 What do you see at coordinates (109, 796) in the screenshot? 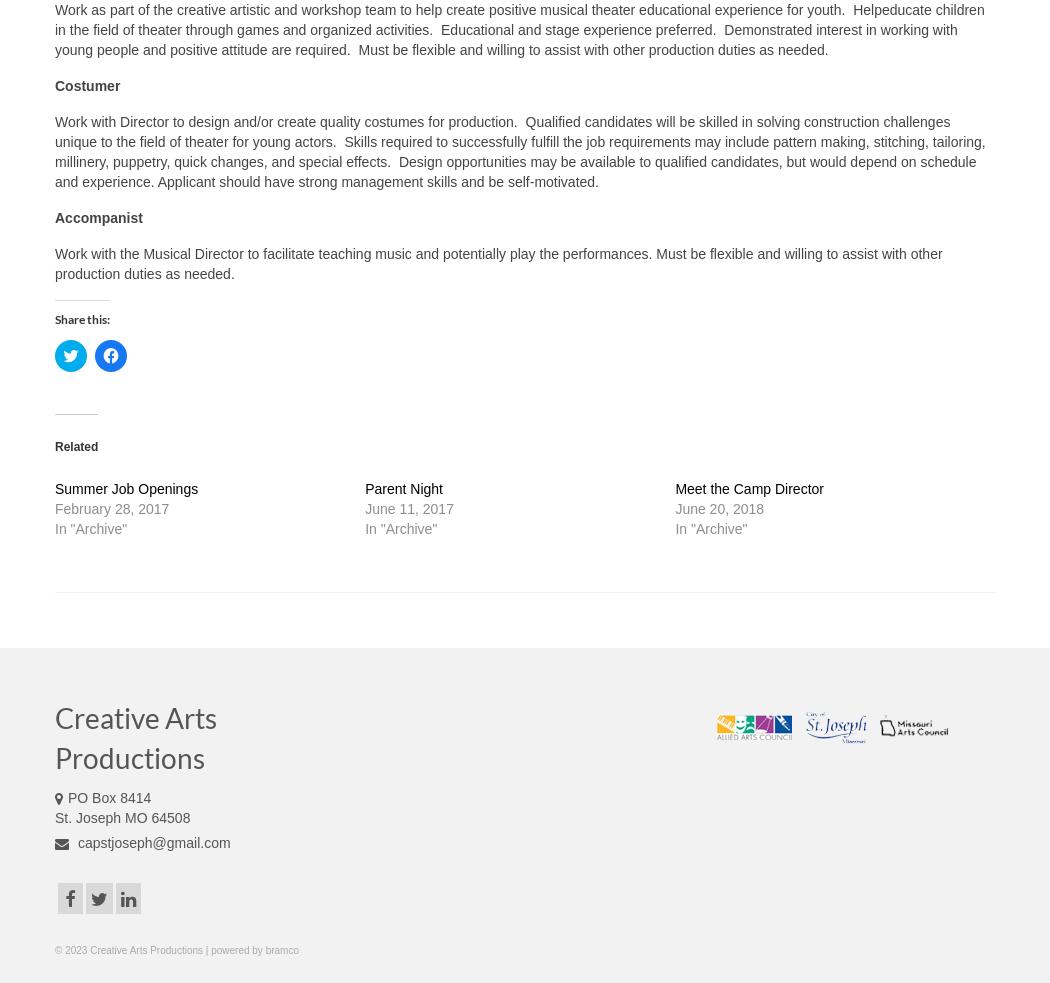
I see `'PO Box 8414'` at bounding box center [109, 796].